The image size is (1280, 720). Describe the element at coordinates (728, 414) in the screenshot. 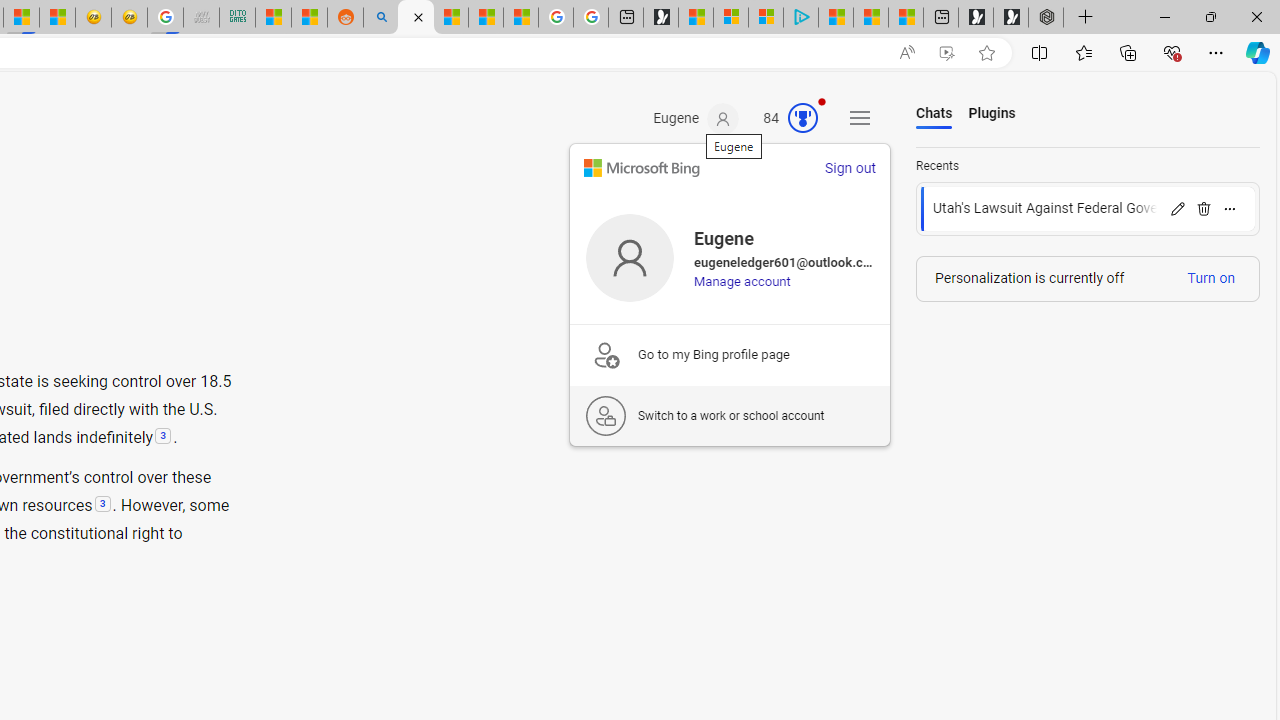

I see `'Switch to a work or school account'` at that location.